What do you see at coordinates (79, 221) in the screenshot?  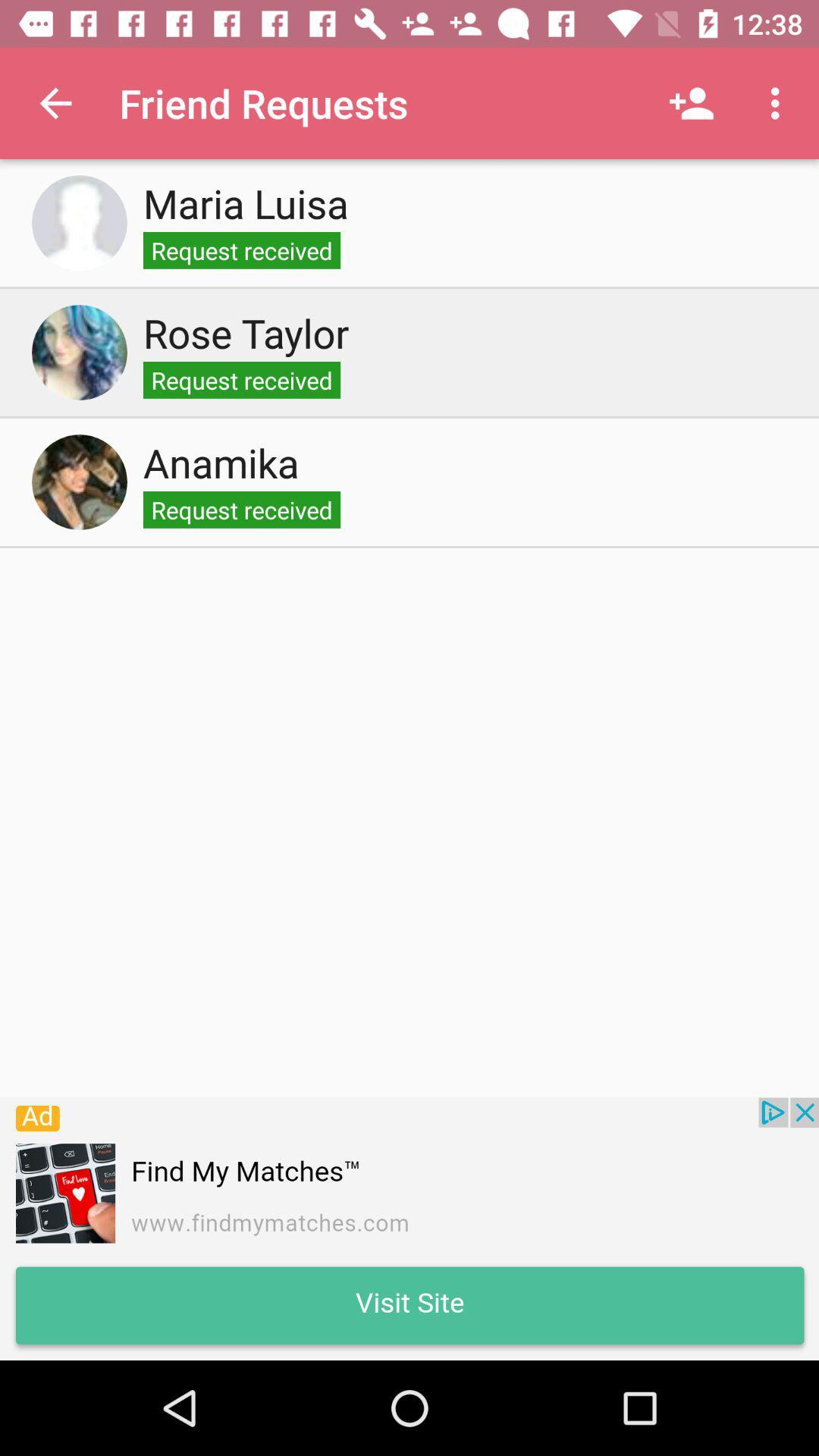 I see `the image at lest side of maria luisa` at bounding box center [79, 221].